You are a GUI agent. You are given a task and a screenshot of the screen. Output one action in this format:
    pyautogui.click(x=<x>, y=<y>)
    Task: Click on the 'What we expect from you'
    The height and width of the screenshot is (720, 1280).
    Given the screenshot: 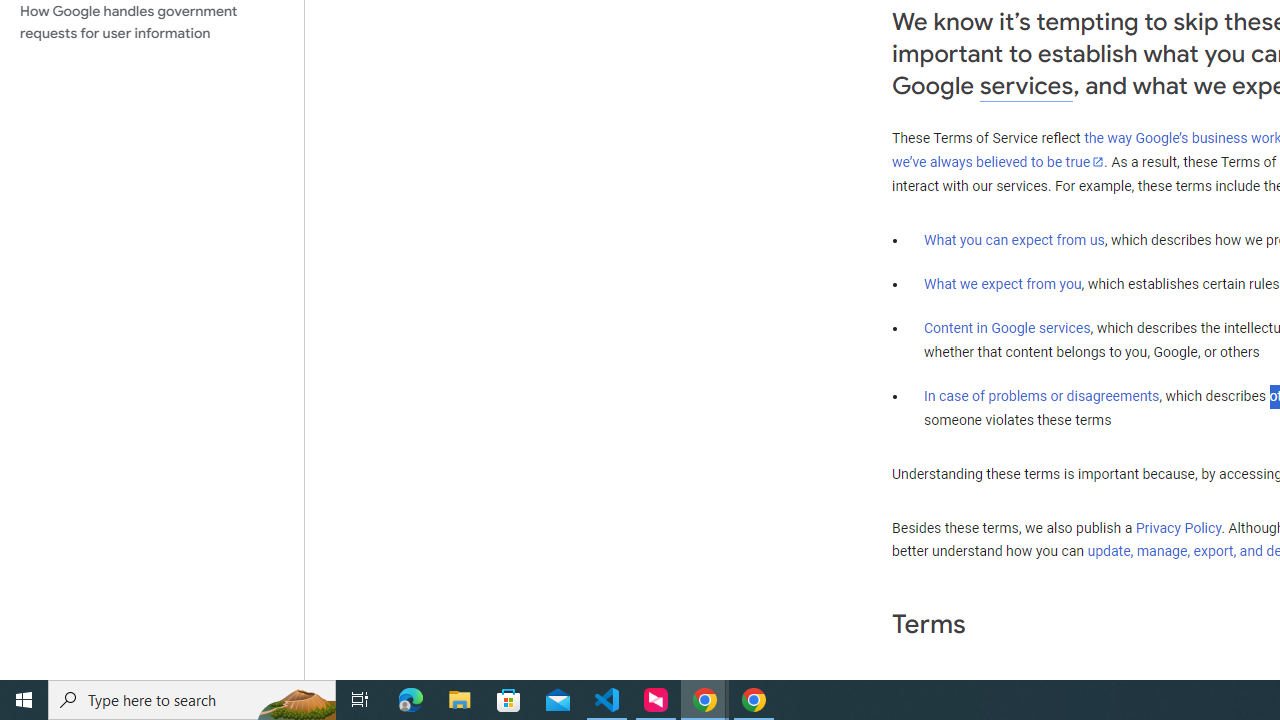 What is the action you would take?
    pyautogui.click(x=1002, y=284)
    